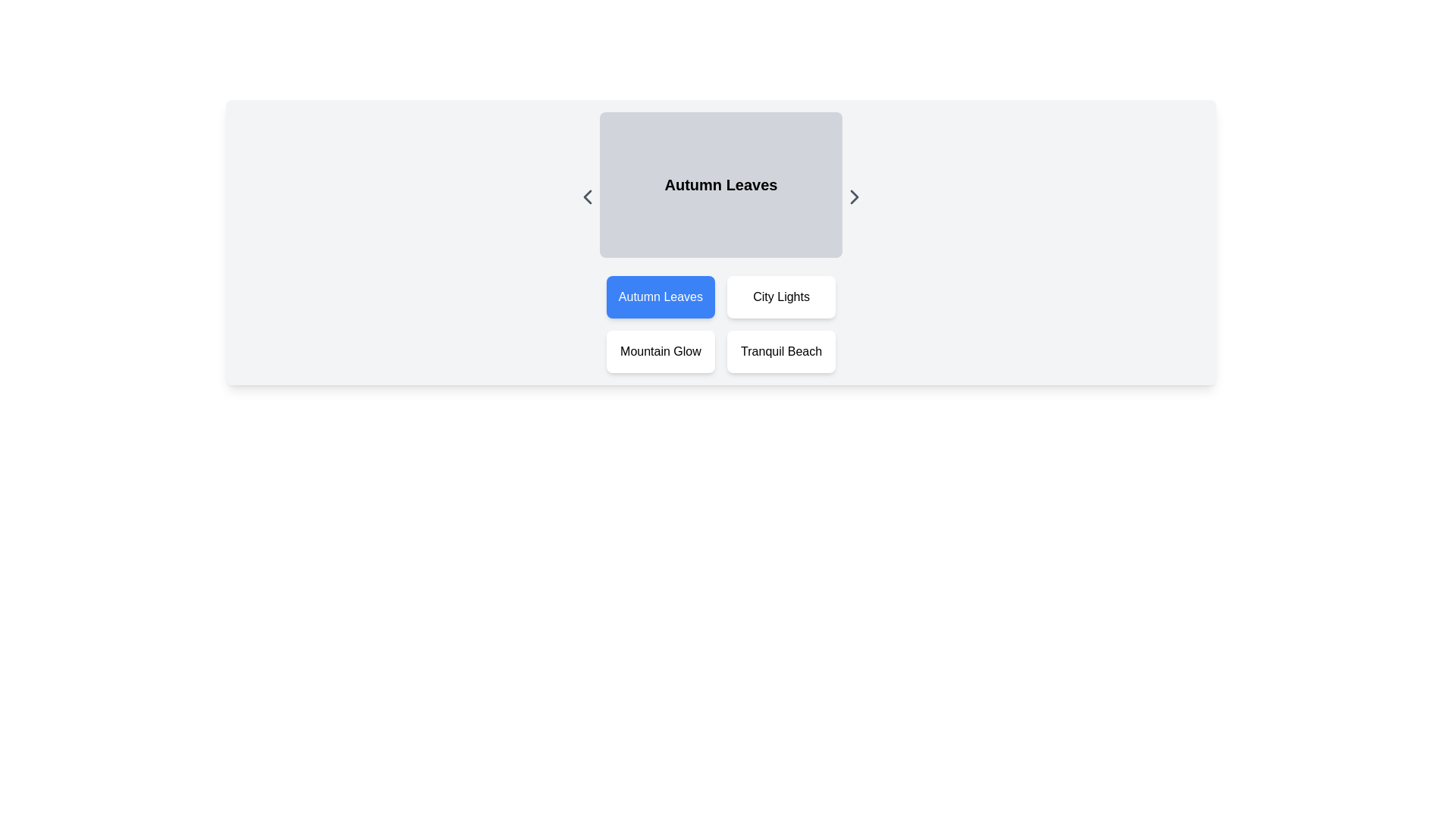 The image size is (1456, 819). What do you see at coordinates (586, 196) in the screenshot?
I see `the left arrow button in the SVG icon` at bounding box center [586, 196].